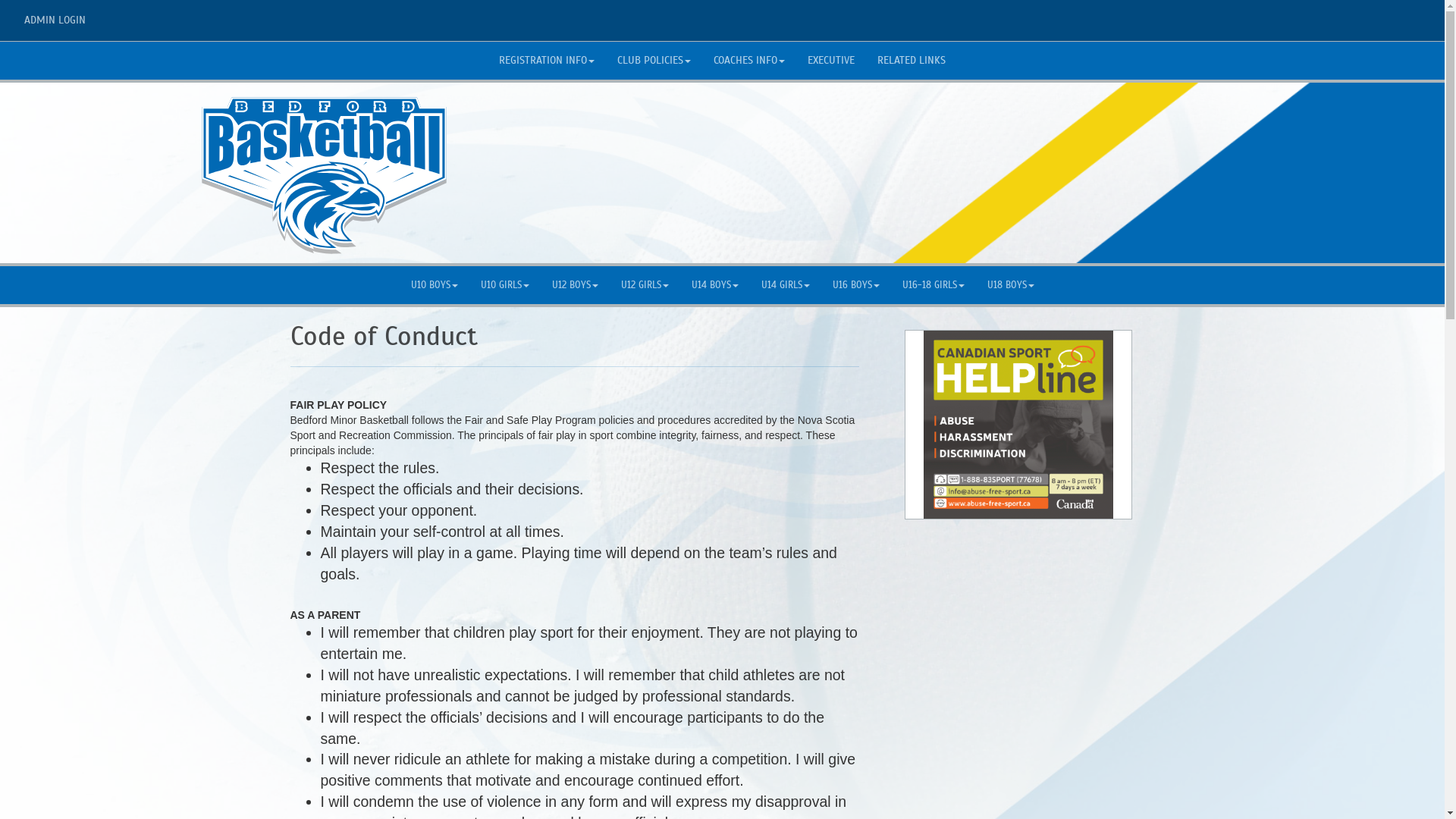  I want to click on 'U12 GIRLS', so click(645, 284).